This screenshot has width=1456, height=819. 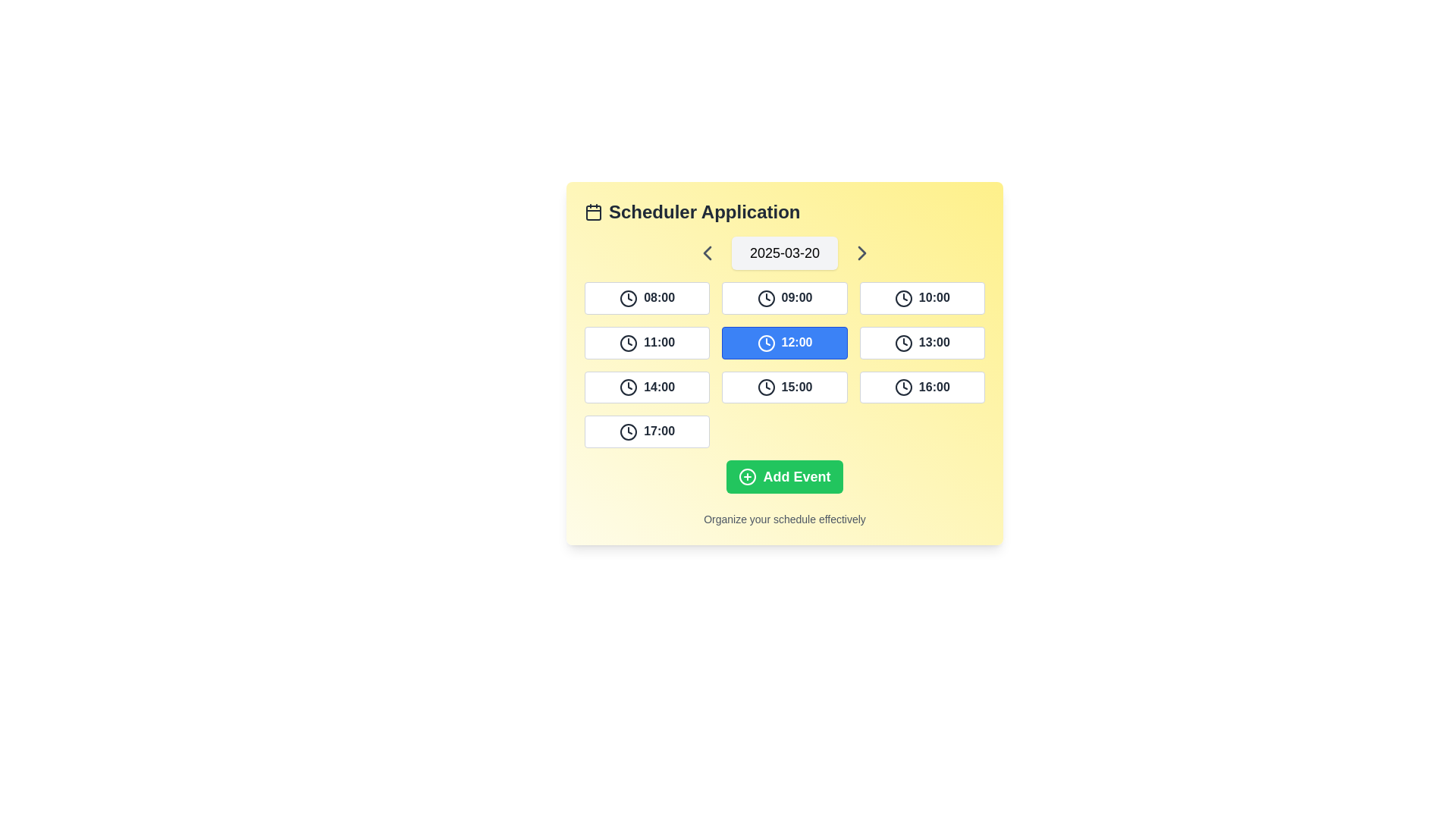 What do you see at coordinates (785, 519) in the screenshot?
I see `the static text label that displays 'Organize your schedule effectively', which is centered horizontally at the bottom of a box with a yellow gradient background` at bounding box center [785, 519].